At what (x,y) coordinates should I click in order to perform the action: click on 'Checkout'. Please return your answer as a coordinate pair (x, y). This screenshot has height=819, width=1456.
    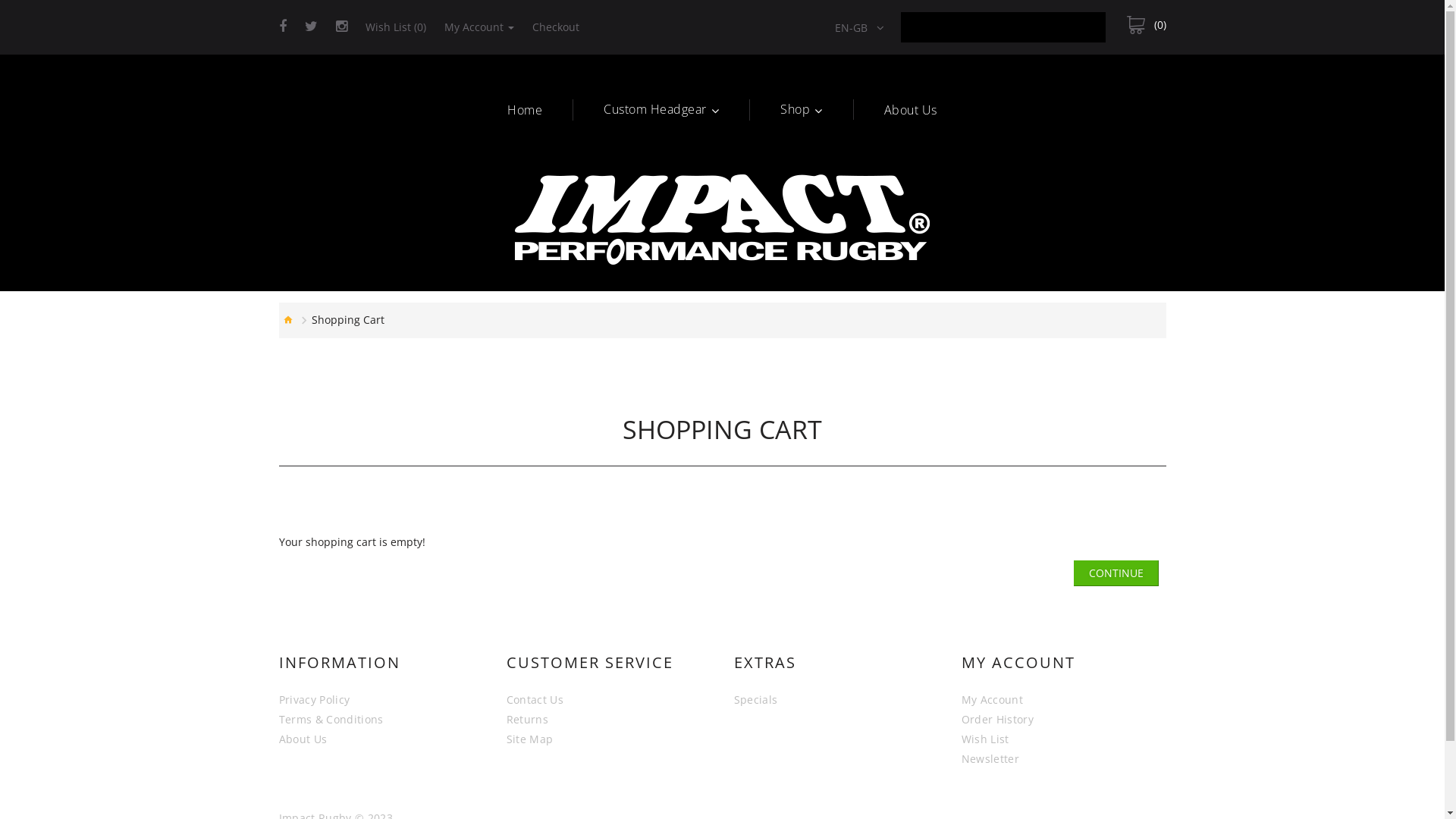
    Looking at the image, I should click on (555, 27).